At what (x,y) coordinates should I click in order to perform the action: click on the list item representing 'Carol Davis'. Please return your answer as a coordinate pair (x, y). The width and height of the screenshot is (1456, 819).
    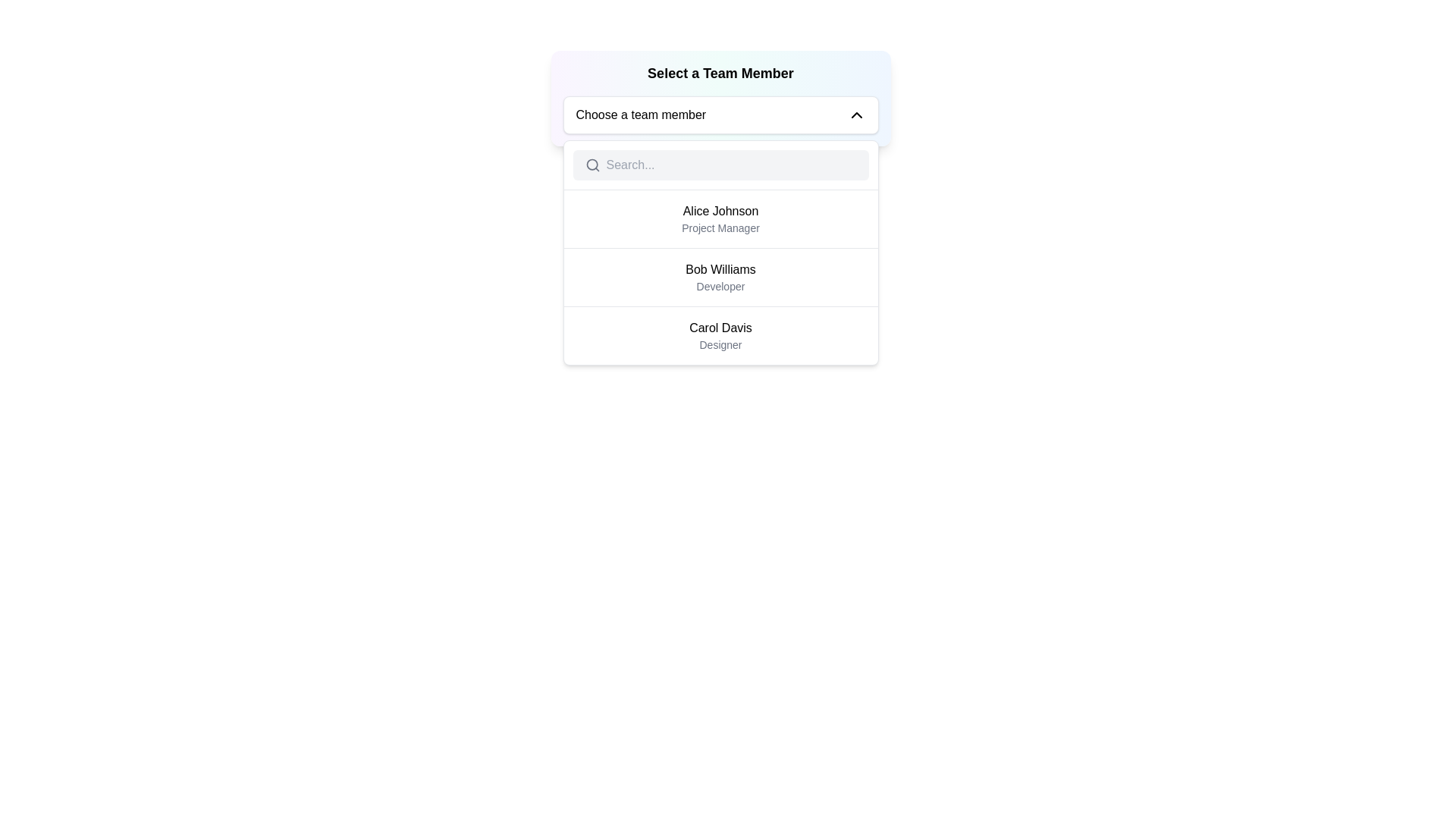
    Looking at the image, I should click on (720, 334).